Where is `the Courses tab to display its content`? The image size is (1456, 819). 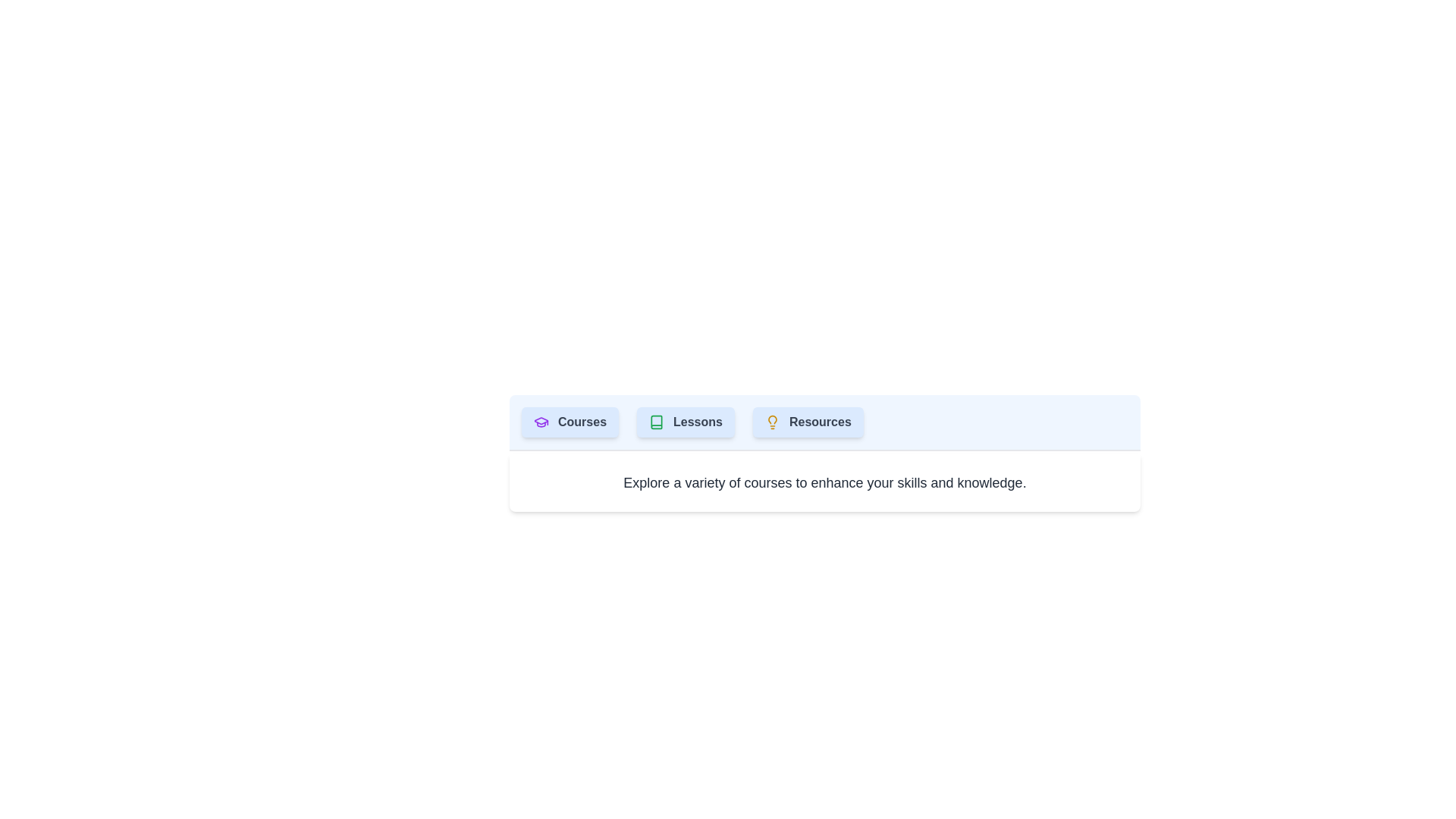
the Courses tab to display its content is located at coordinates (570, 422).